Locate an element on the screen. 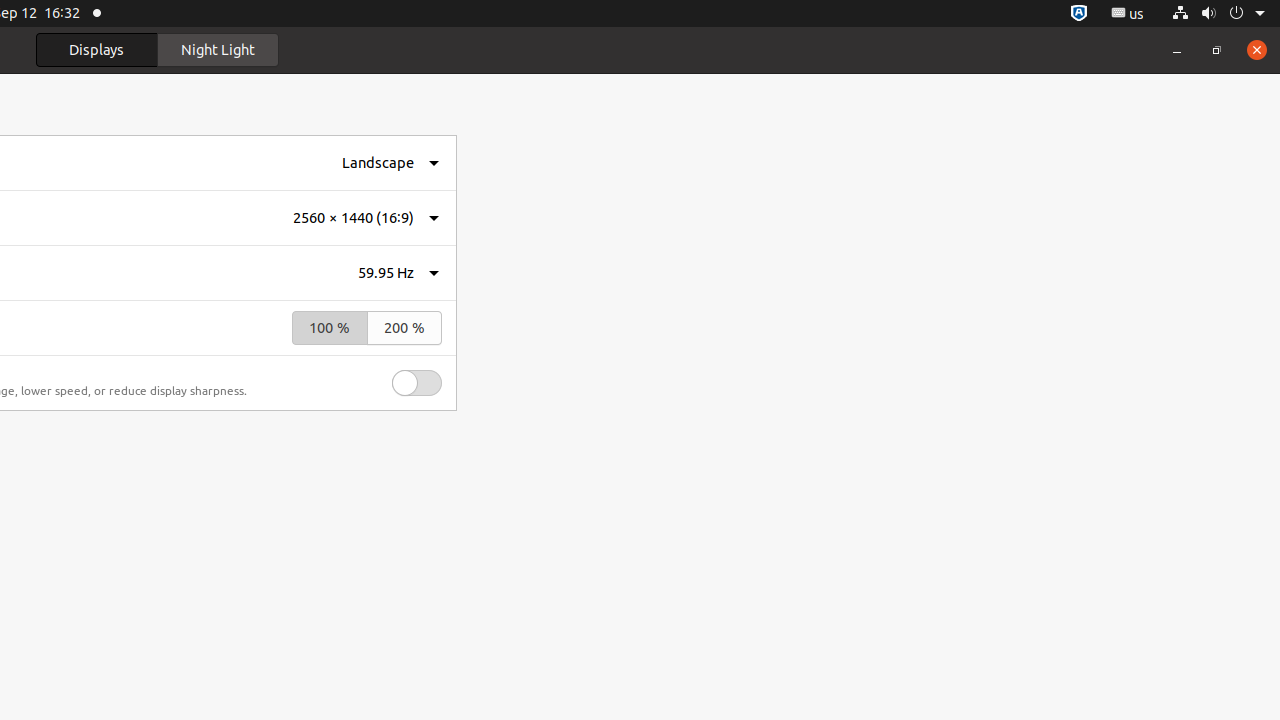  'Landscape' is located at coordinates (377, 161).